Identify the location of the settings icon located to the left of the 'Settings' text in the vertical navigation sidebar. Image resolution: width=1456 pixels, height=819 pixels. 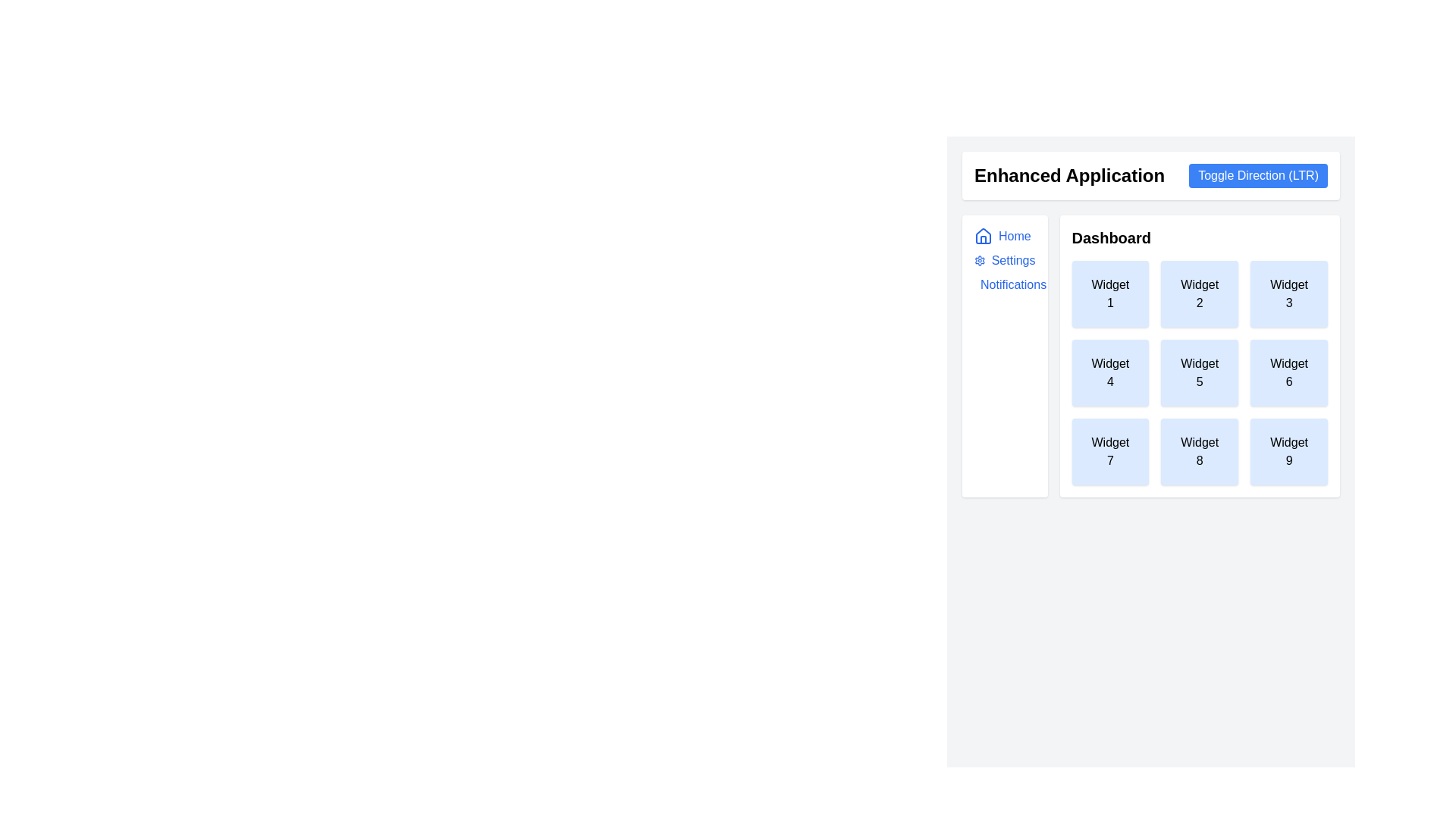
(980, 259).